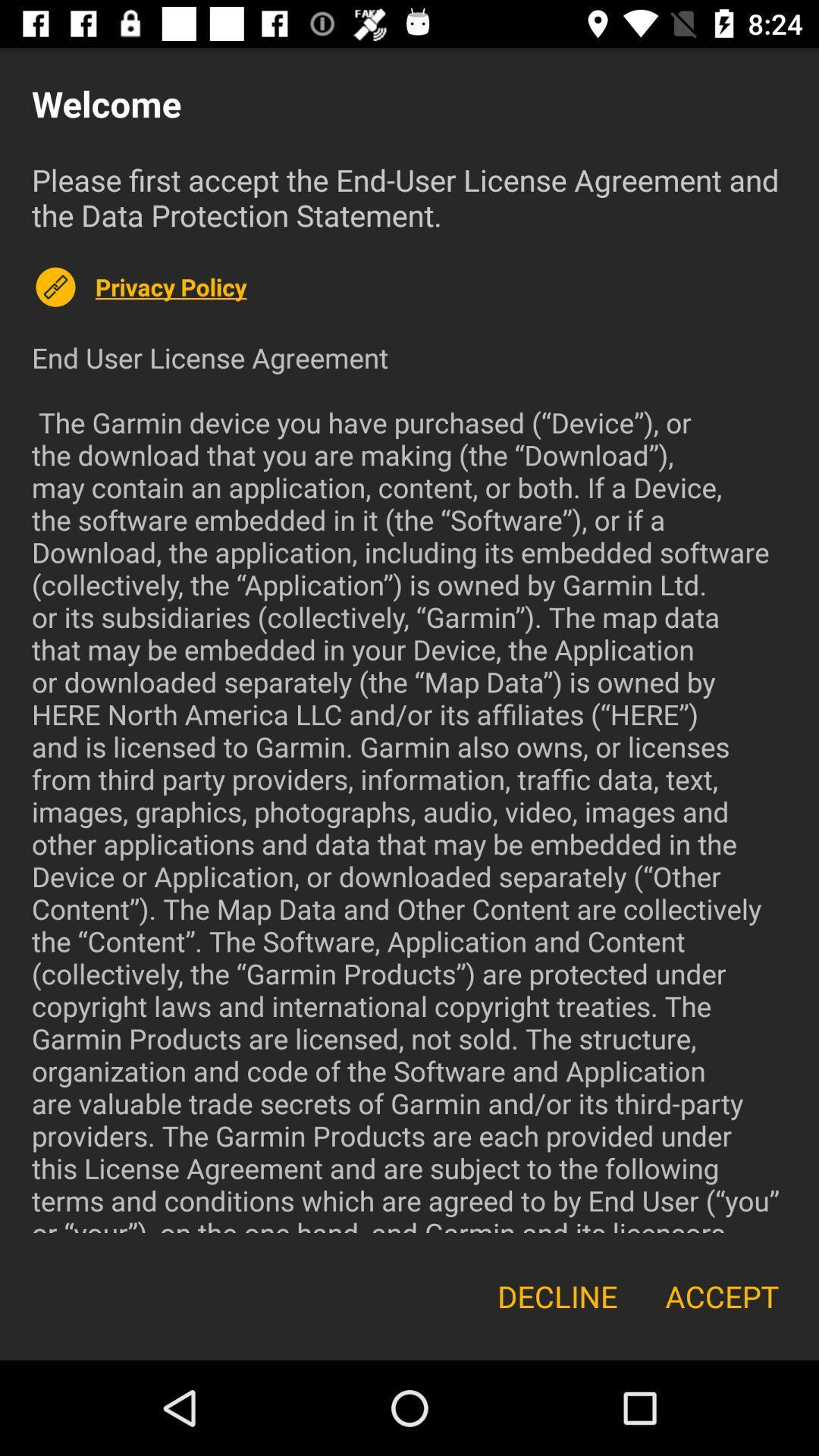  What do you see at coordinates (557, 1295) in the screenshot?
I see `the icon next to accept` at bounding box center [557, 1295].